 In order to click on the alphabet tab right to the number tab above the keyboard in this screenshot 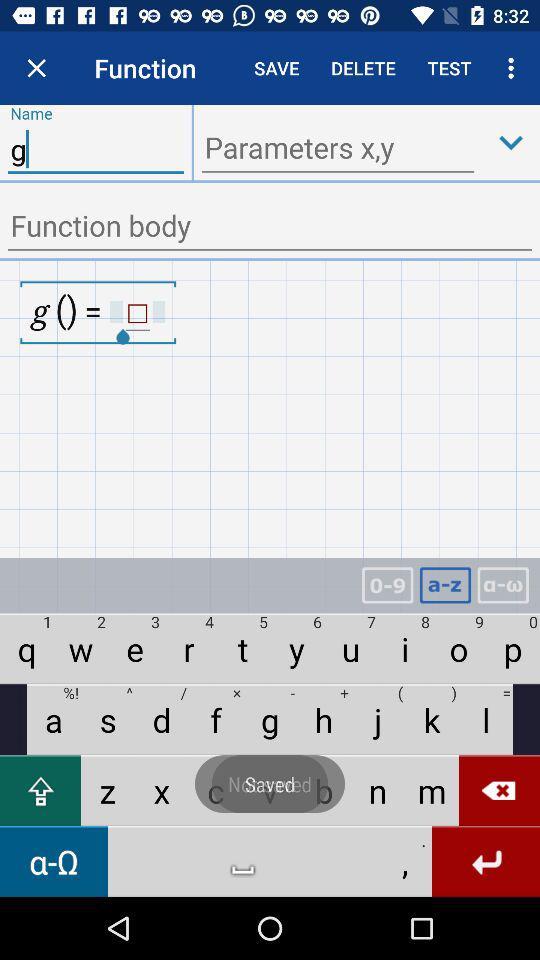, I will do `click(445, 585)`.